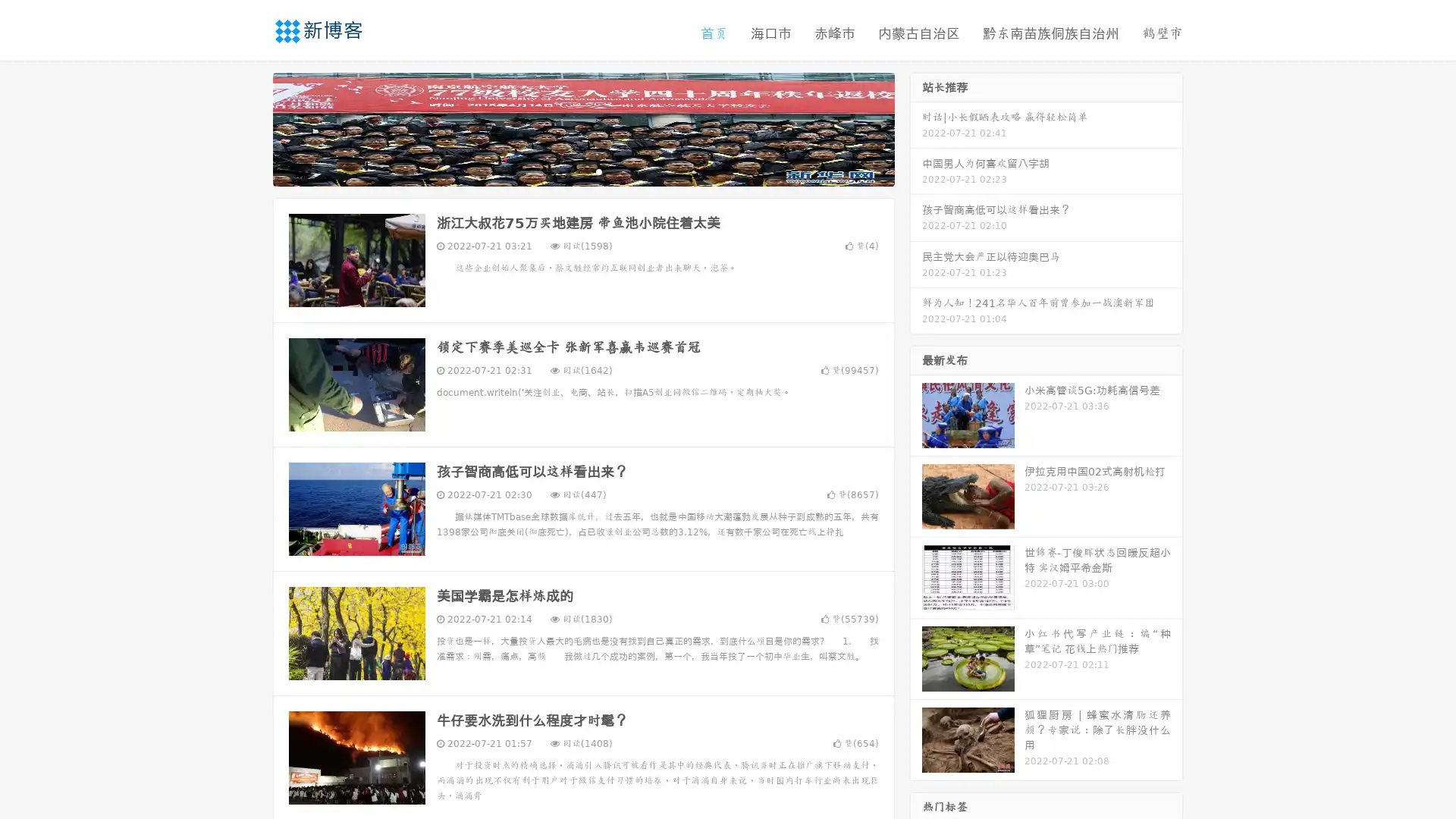 This screenshot has height=819, width=1456. What do you see at coordinates (250, 127) in the screenshot?
I see `Previous slide` at bounding box center [250, 127].